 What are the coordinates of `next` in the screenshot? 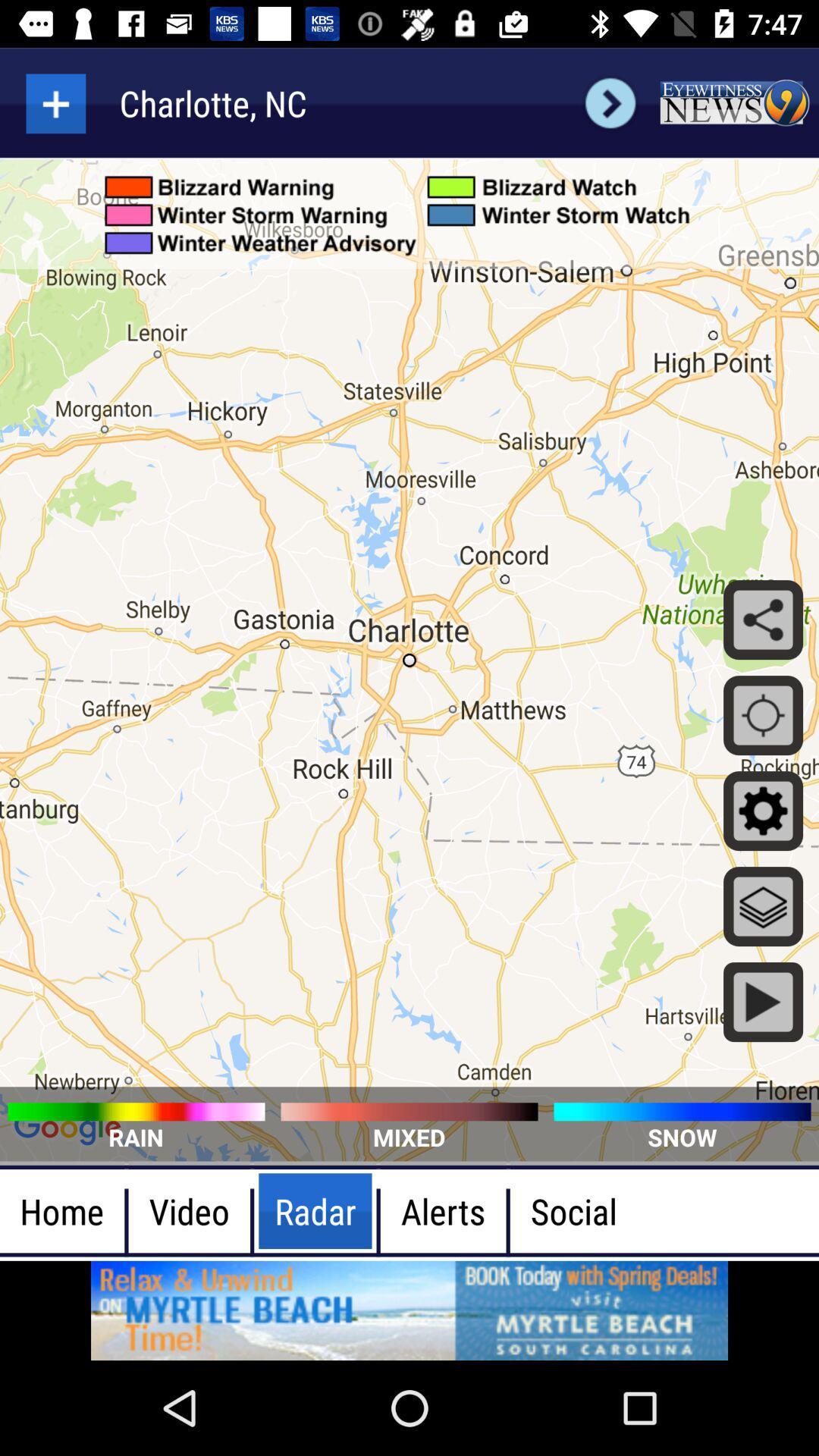 It's located at (610, 102).